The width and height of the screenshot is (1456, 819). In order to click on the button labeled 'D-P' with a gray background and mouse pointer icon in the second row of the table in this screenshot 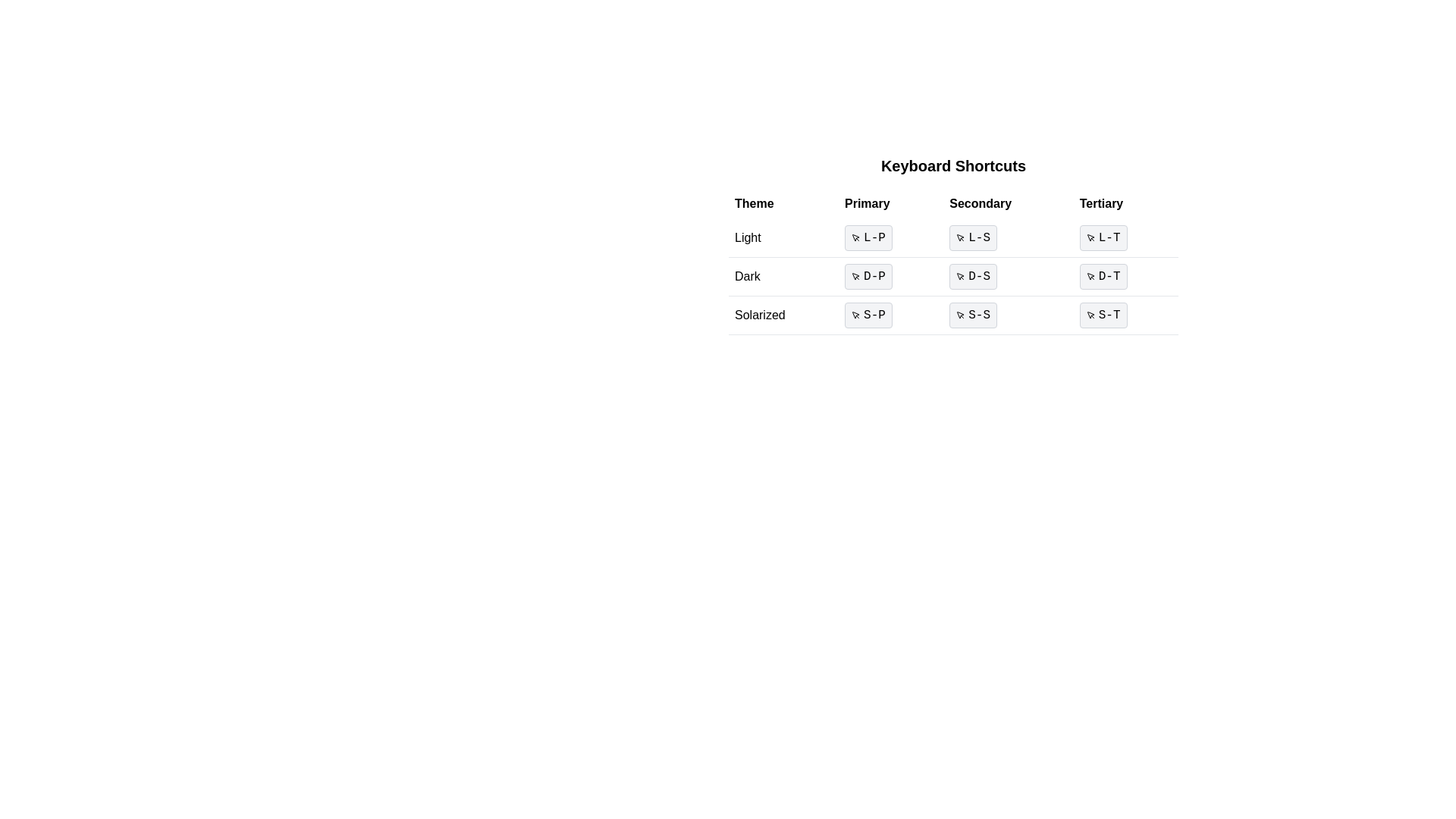, I will do `click(868, 277)`.